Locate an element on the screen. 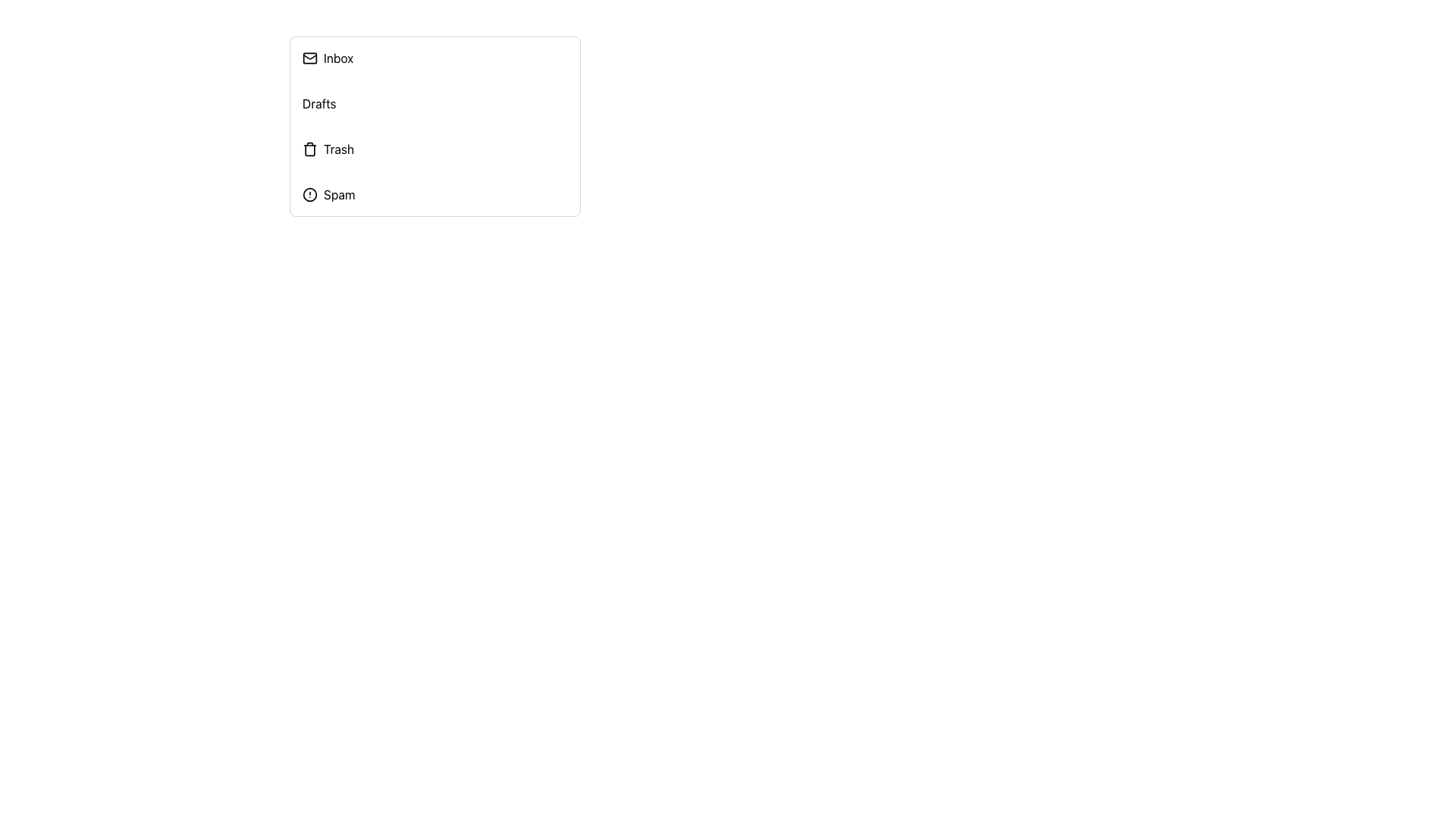 The width and height of the screenshot is (1456, 819). the 'Spam' text label located in the sidebar menu, which is the fourth item in a vertical list and positioned immediately to the right of an alert circle icon is located at coordinates (338, 194).